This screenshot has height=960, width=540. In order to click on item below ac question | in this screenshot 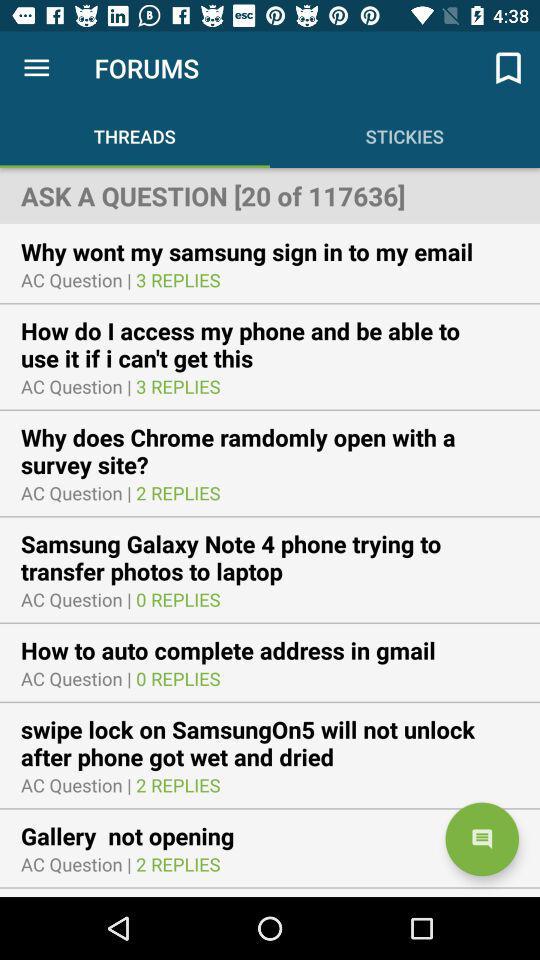, I will do `click(270, 451)`.